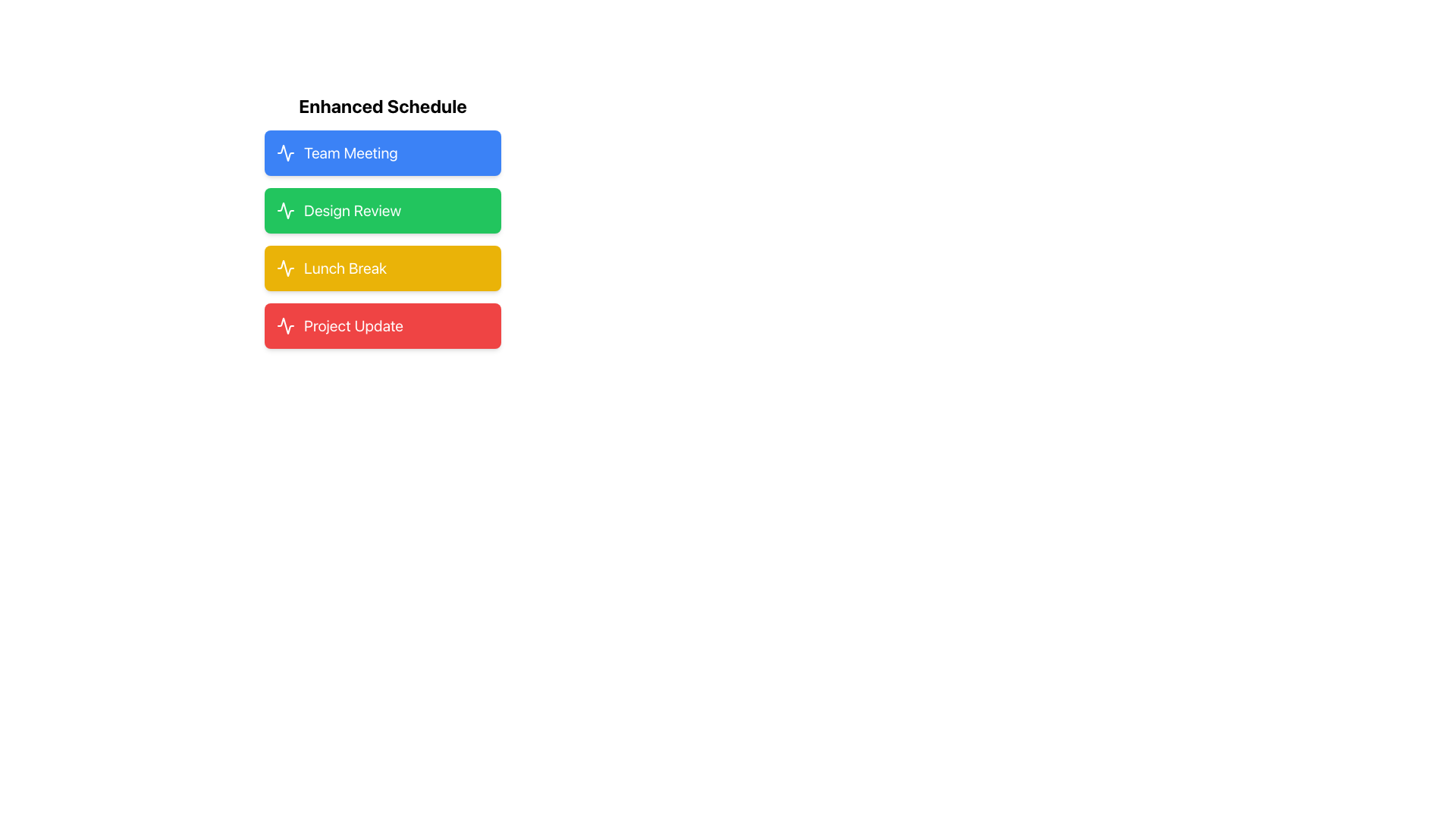 The width and height of the screenshot is (1456, 819). Describe the element at coordinates (382, 325) in the screenshot. I see `the 'Project Update' informative block located at the bottom of the task management interface, directly below the 'Lunch Break' section` at that location.